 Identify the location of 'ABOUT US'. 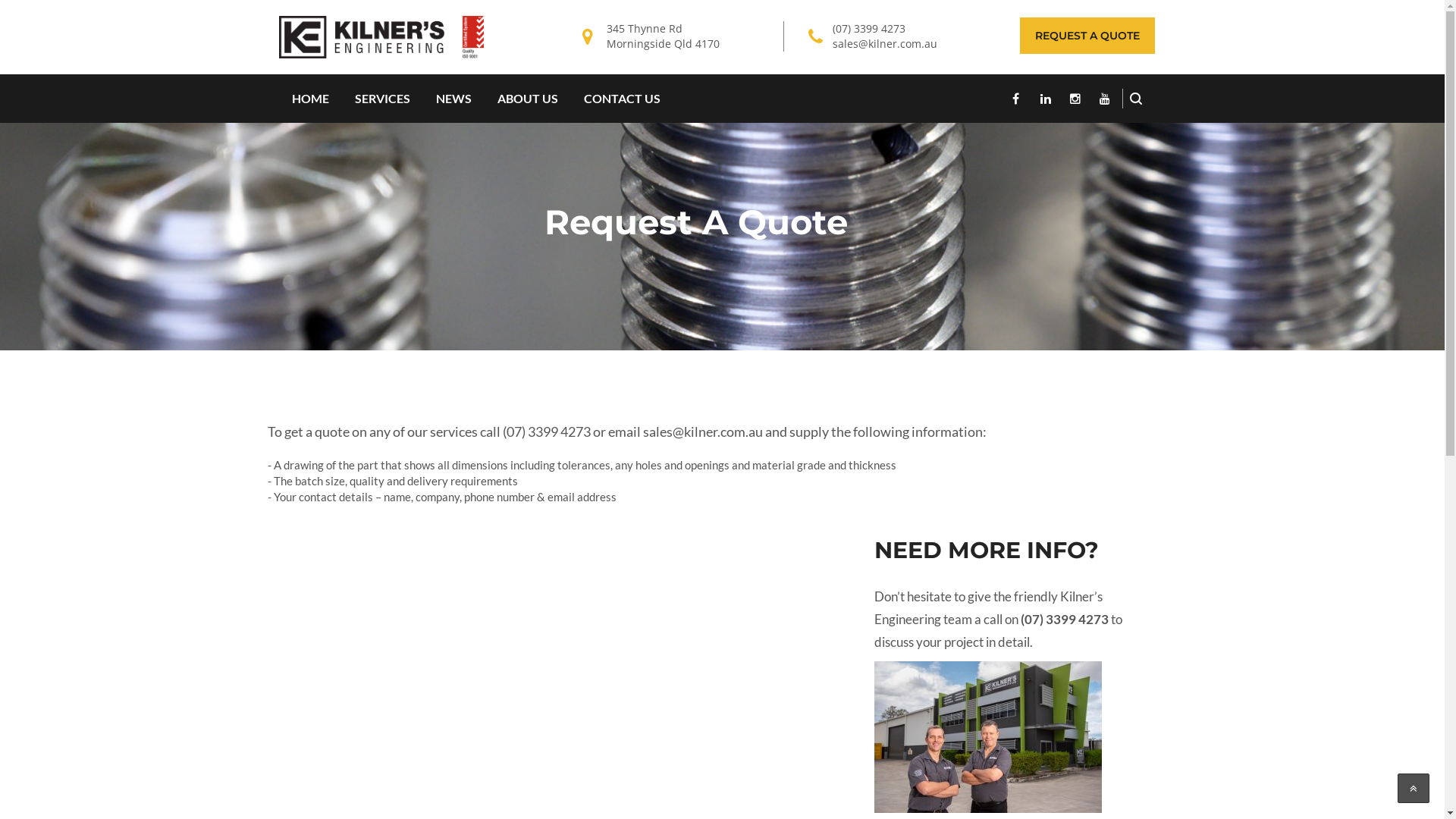
(483, 99).